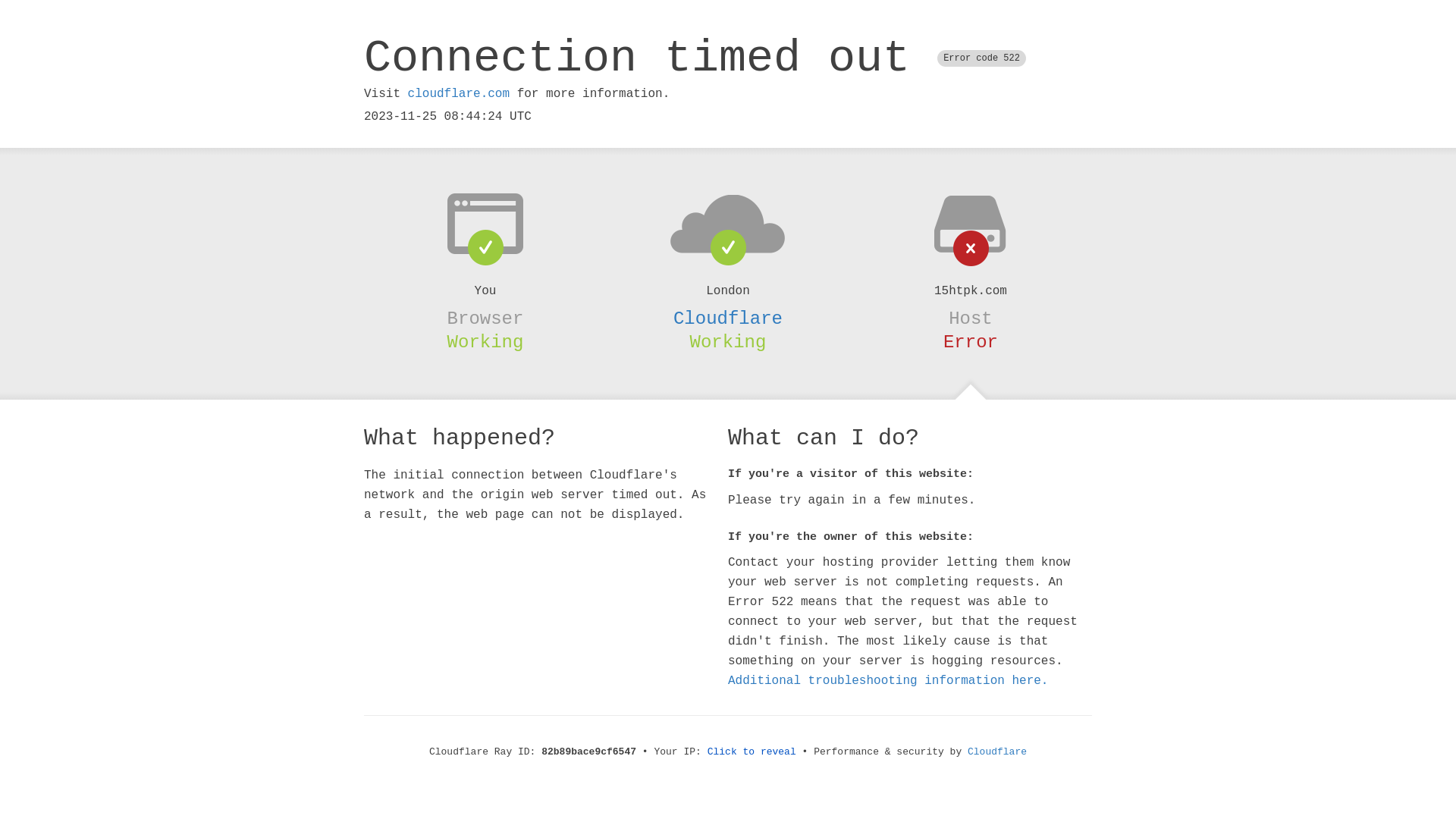 This screenshot has width=1456, height=819. I want to click on 'cloudflare.com', so click(457, 93).